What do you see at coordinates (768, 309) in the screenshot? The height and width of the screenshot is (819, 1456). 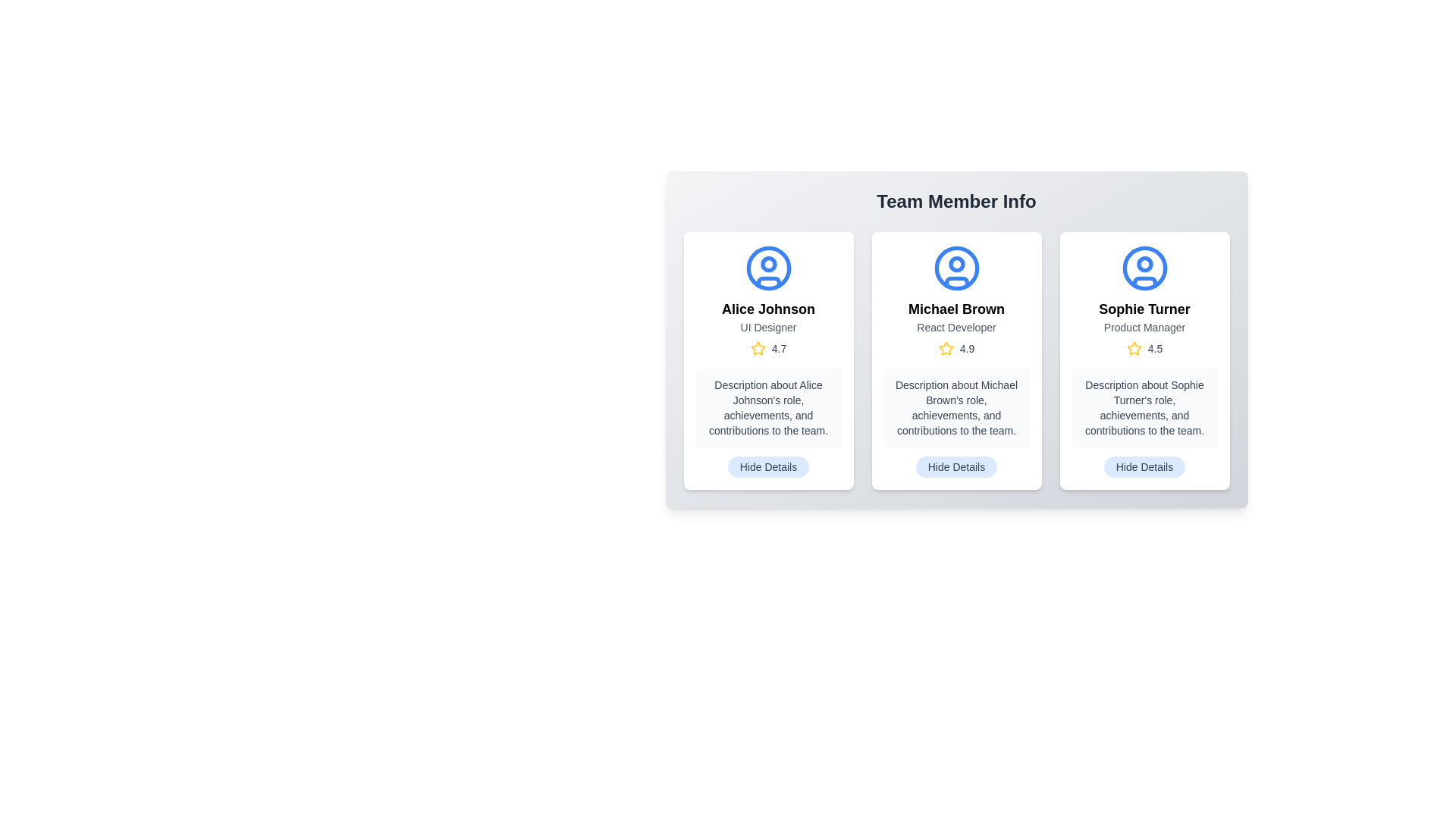 I see `the text label indicating the name of the individual in the first card of the team members grid` at bounding box center [768, 309].